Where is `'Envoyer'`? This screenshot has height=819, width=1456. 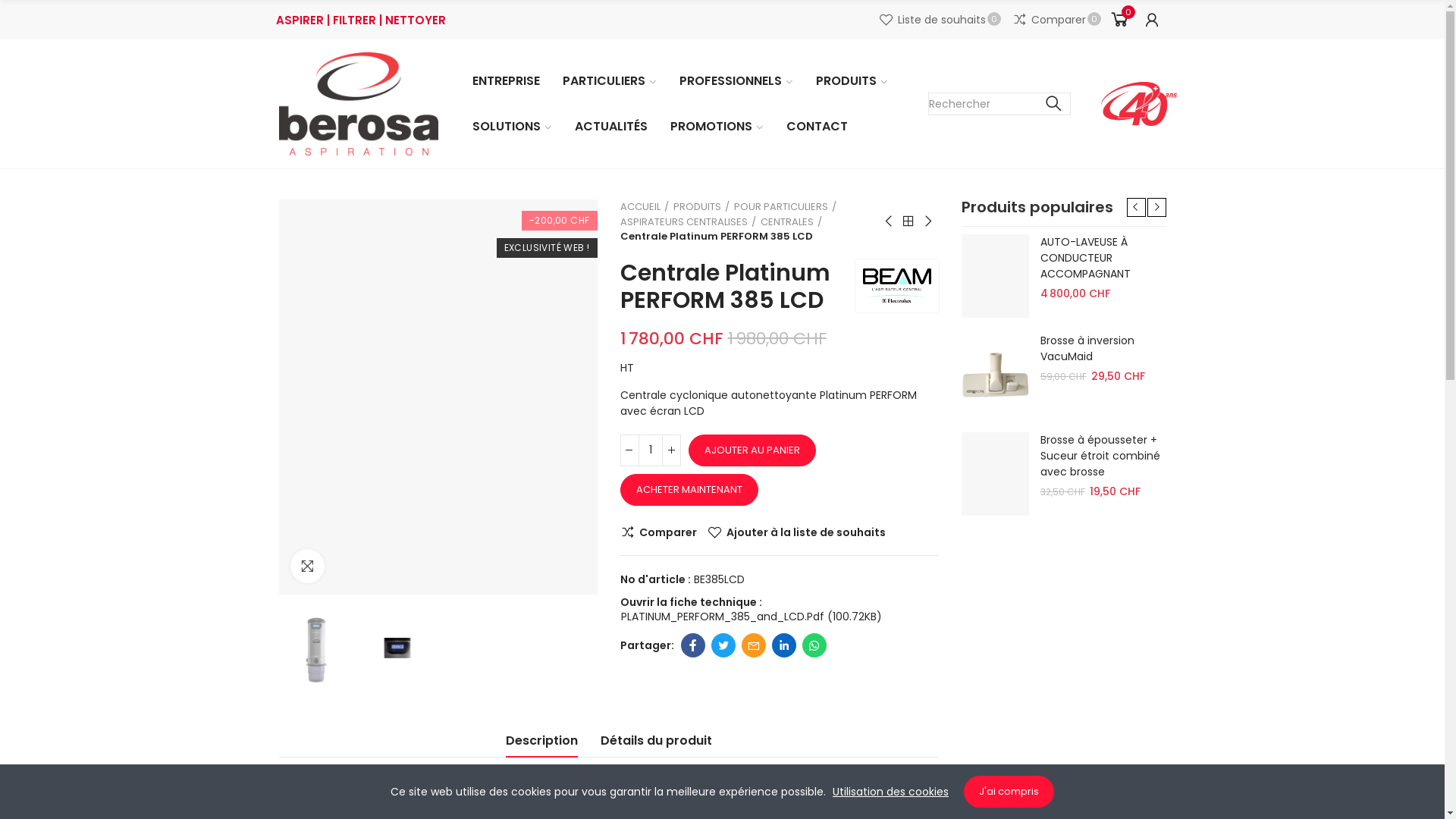
'Envoyer' is located at coordinates (773, 637).